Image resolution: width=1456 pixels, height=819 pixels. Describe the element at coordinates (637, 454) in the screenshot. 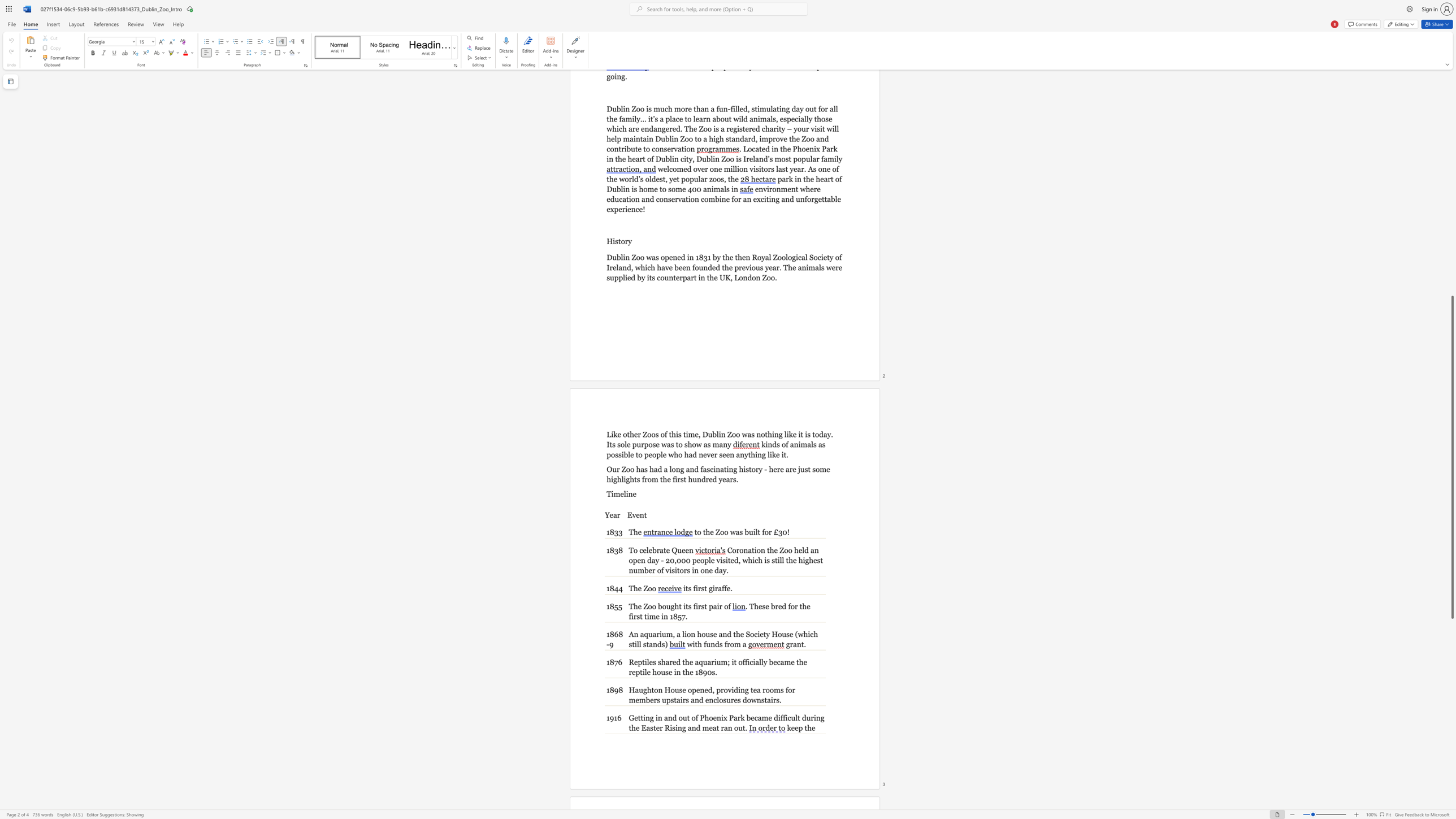

I see `the 1th character "t" in the text` at that location.